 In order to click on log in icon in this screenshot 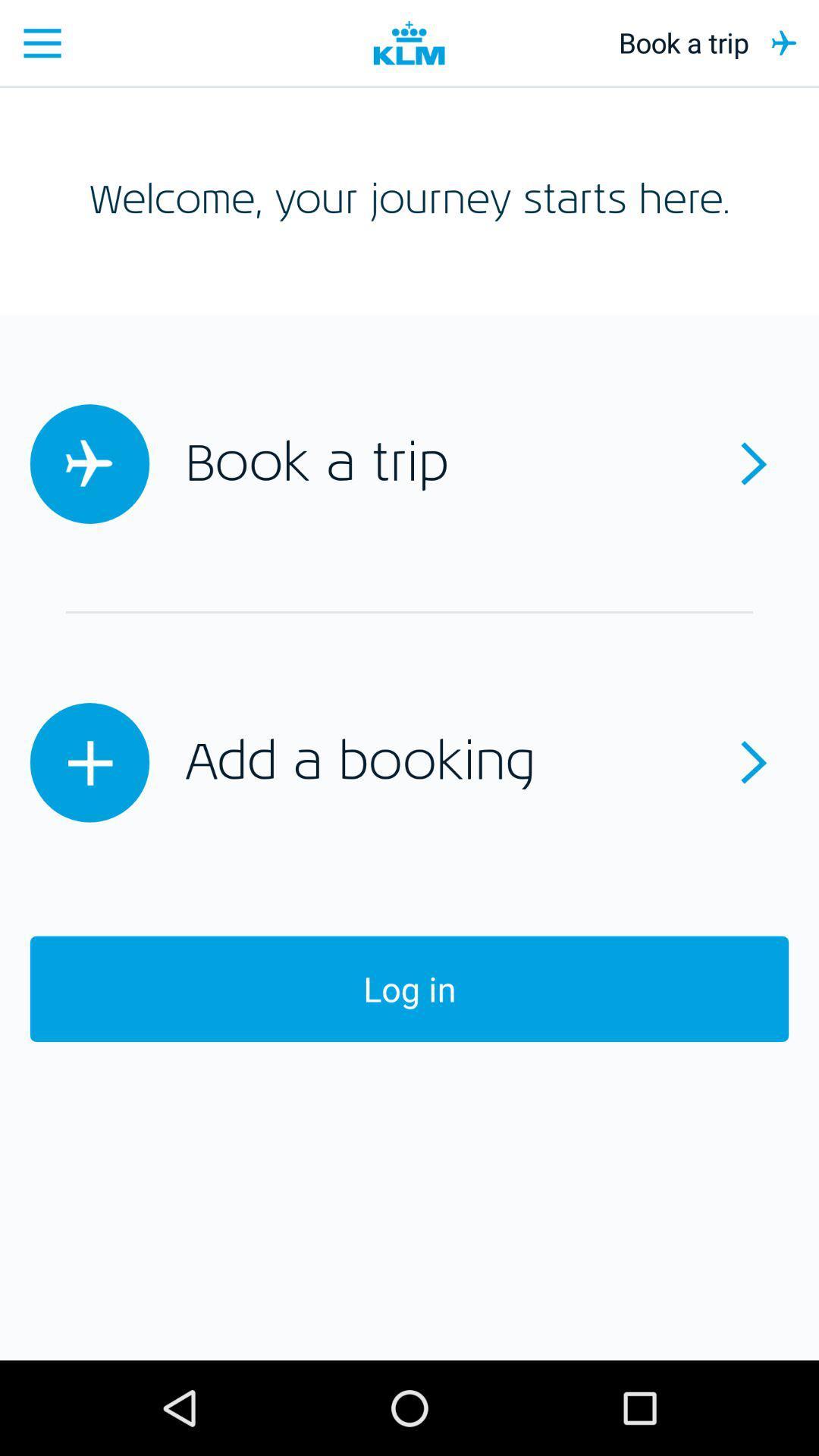, I will do `click(409, 989)`.